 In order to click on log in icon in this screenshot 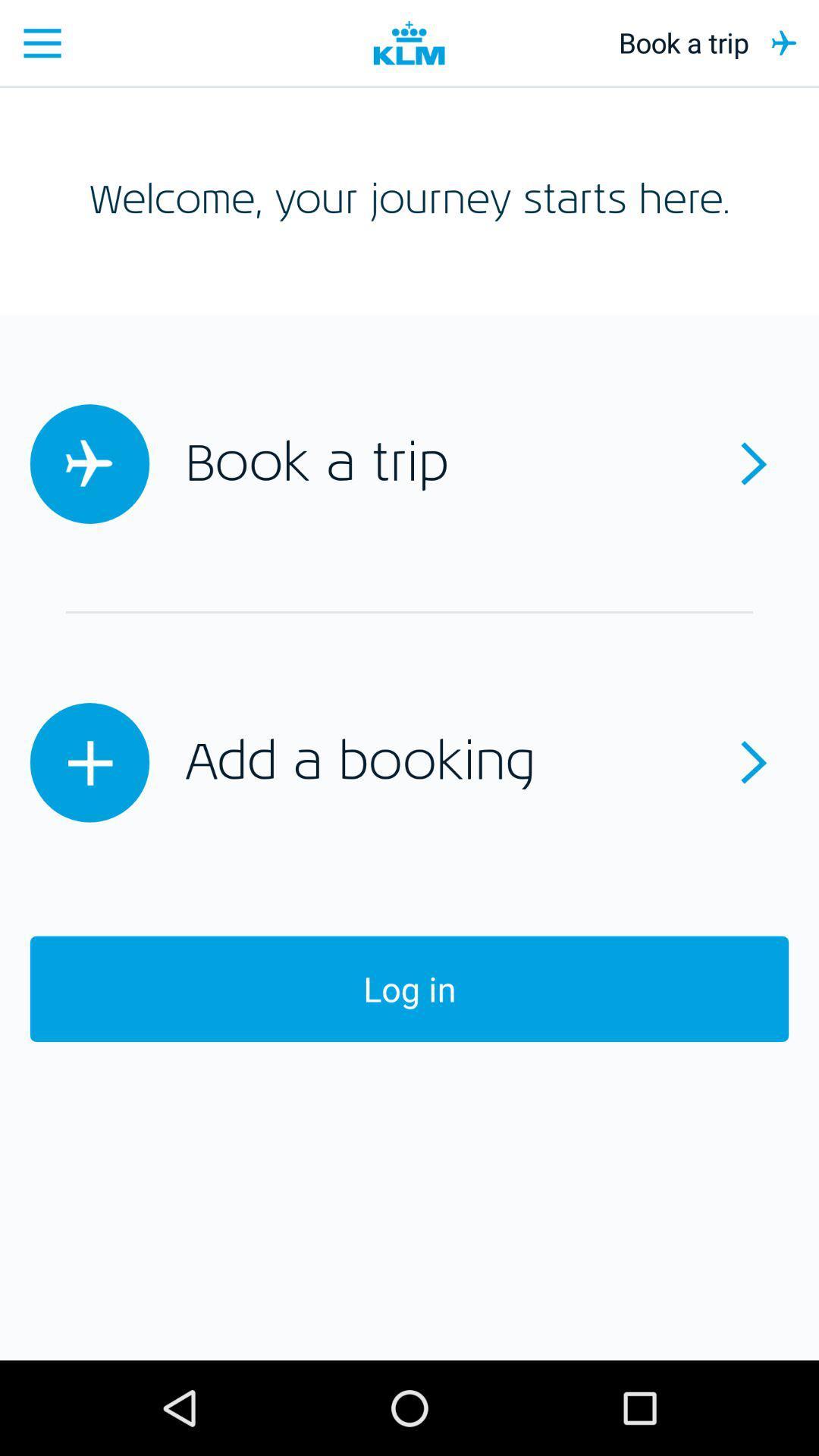, I will do `click(409, 989)`.